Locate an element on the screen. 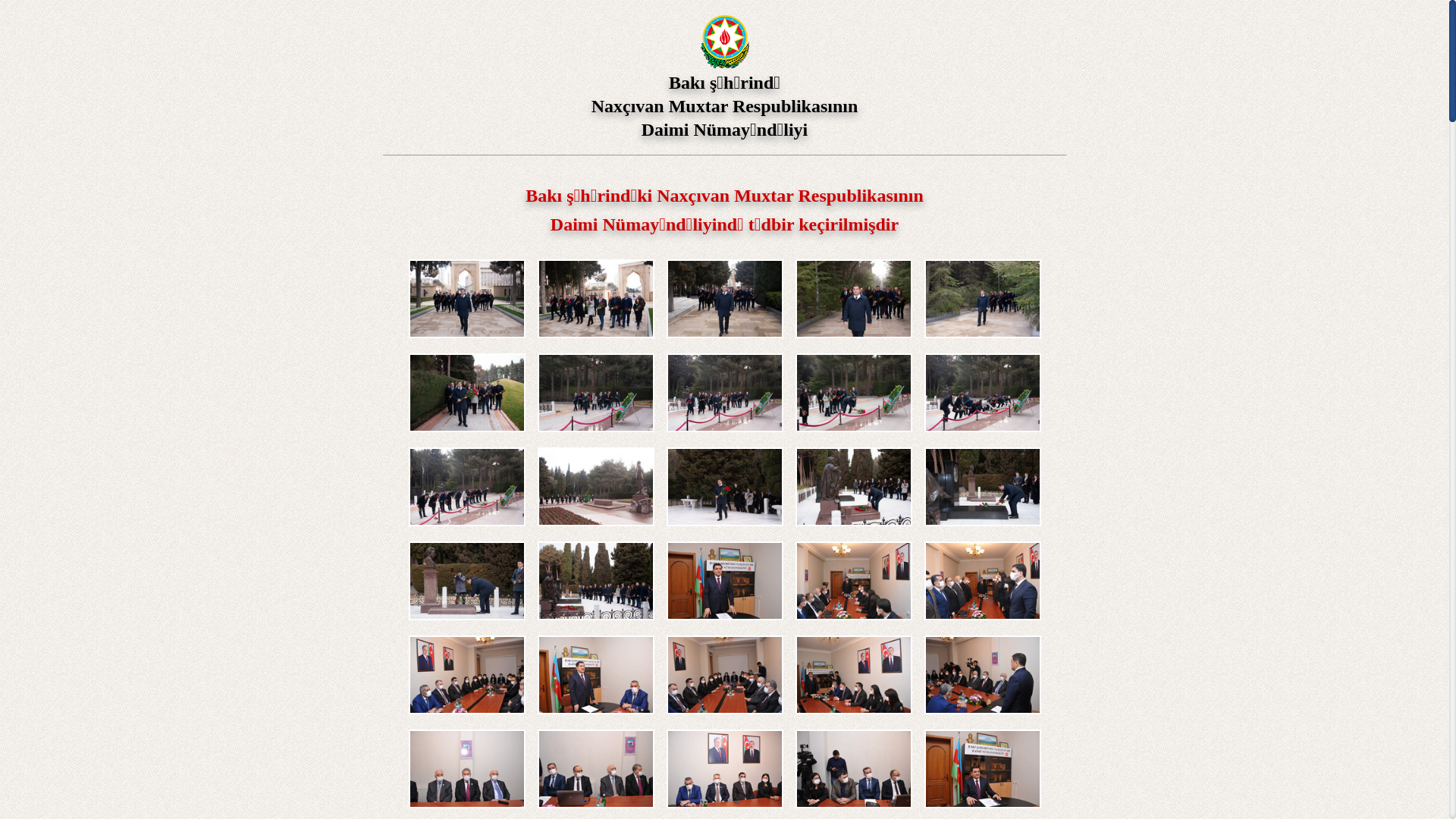 The image size is (1456, 819). 'Click to enlarge' is located at coordinates (923, 391).